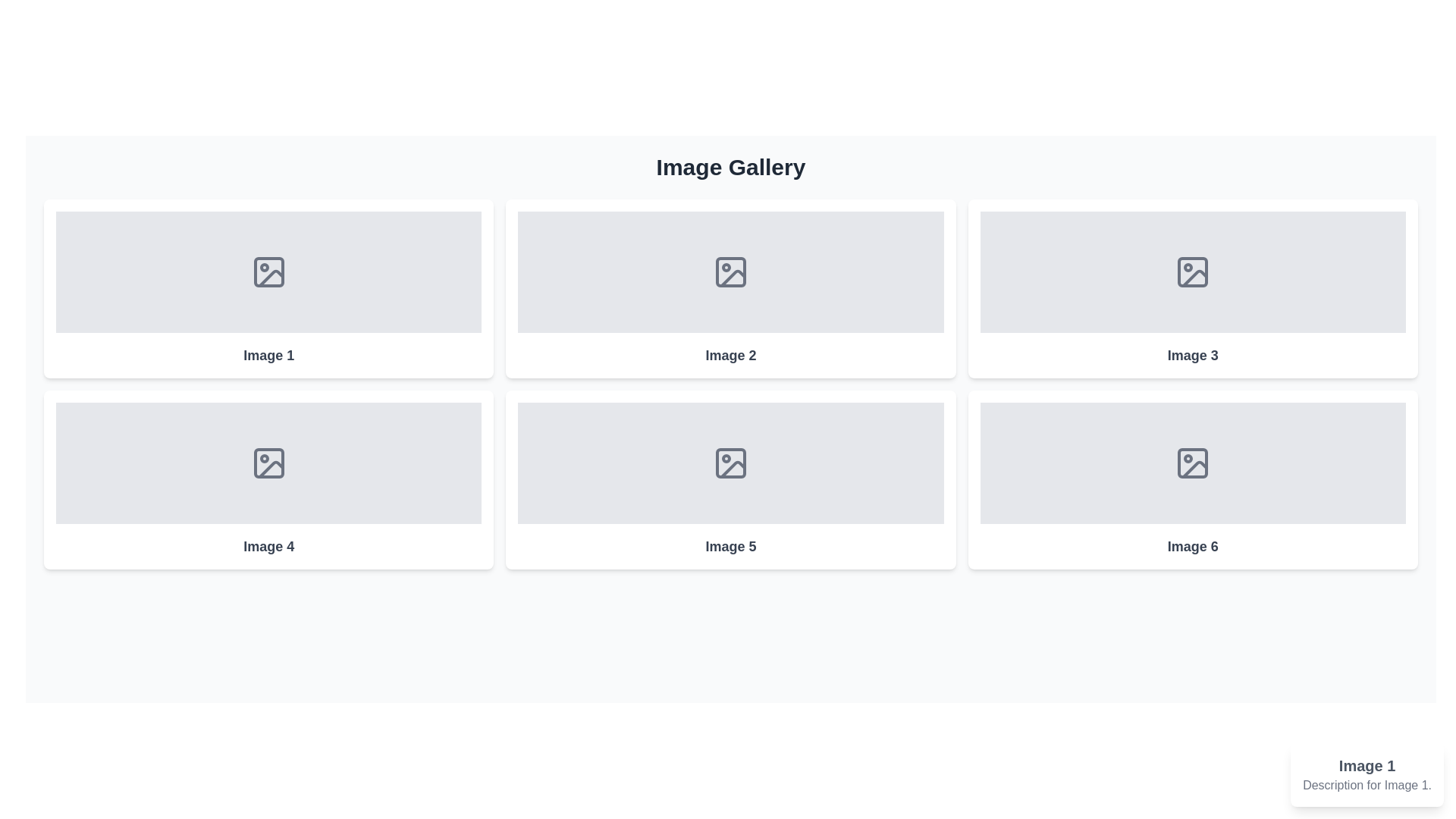  What do you see at coordinates (271, 278) in the screenshot?
I see `the diagonal line segment within the gray square outline of the 'Image 1' icon in the top-left image placeholder` at bounding box center [271, 278].